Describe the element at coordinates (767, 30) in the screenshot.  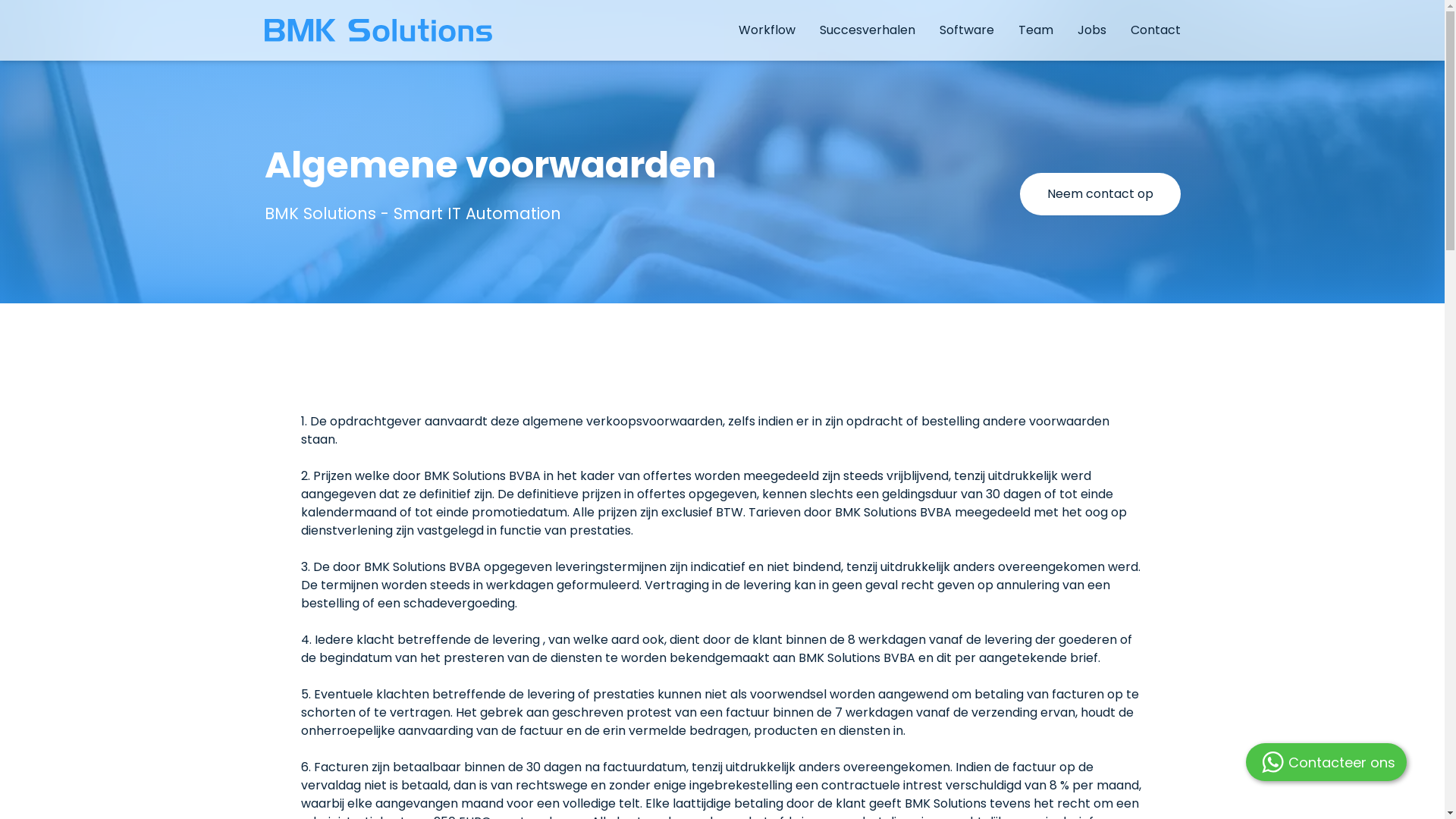
I see `'Workflow'` at that location.